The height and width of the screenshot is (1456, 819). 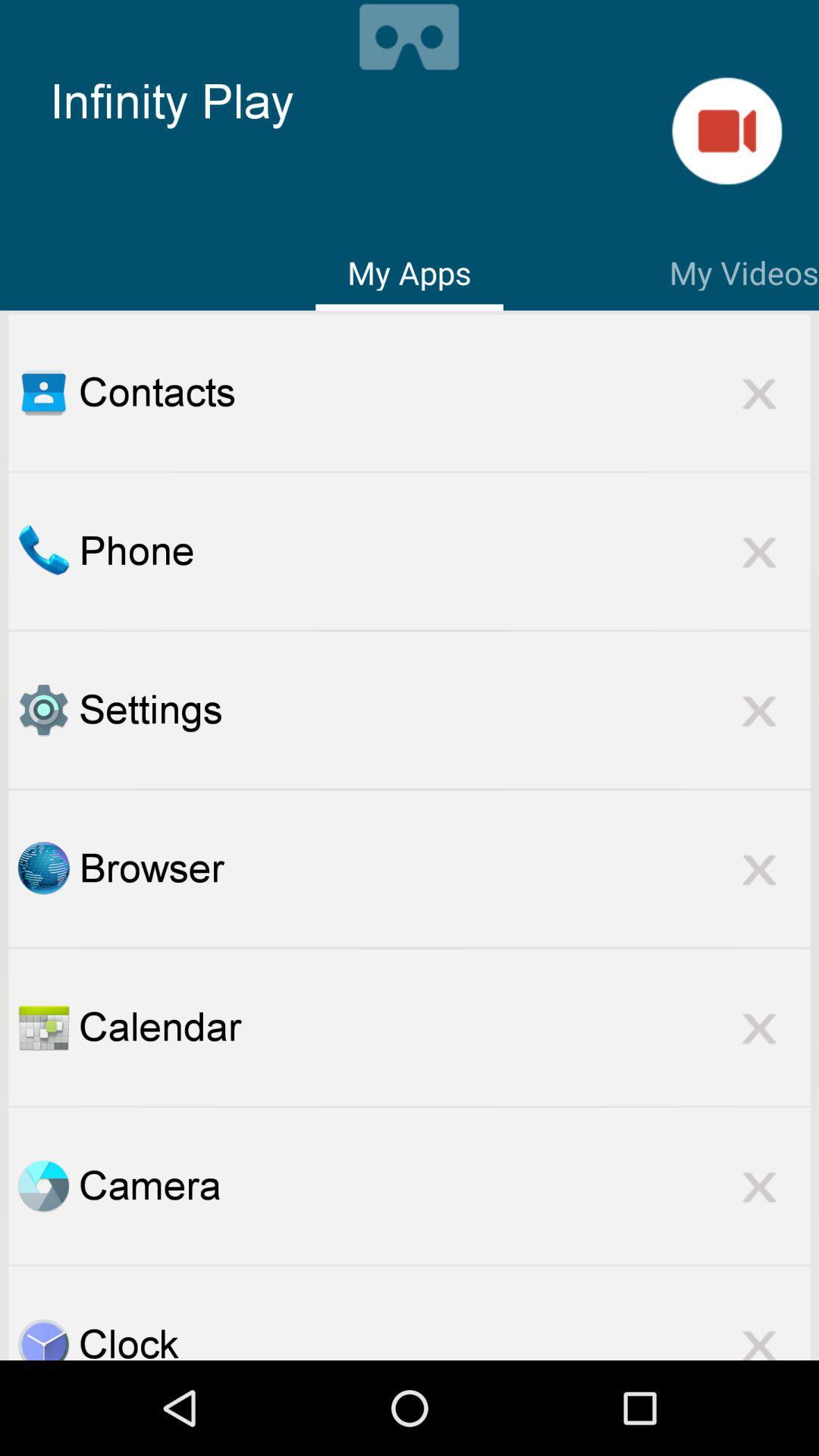 I want to click on select close, so click(x=759, y=1335).